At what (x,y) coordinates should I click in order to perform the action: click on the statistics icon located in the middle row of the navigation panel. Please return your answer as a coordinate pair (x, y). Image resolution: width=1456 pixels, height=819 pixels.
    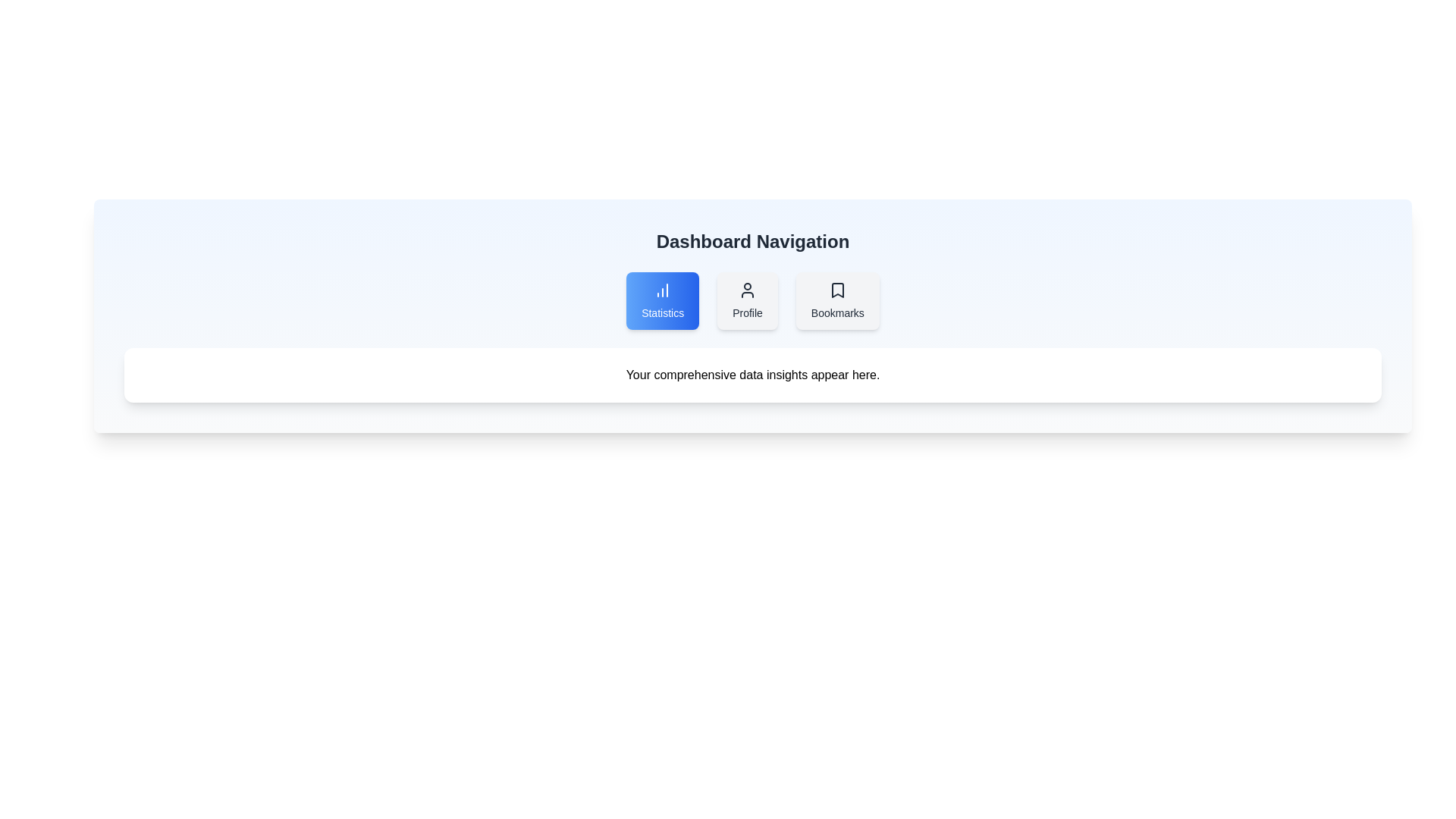
    Looking at the image, I should click on (663, 290).